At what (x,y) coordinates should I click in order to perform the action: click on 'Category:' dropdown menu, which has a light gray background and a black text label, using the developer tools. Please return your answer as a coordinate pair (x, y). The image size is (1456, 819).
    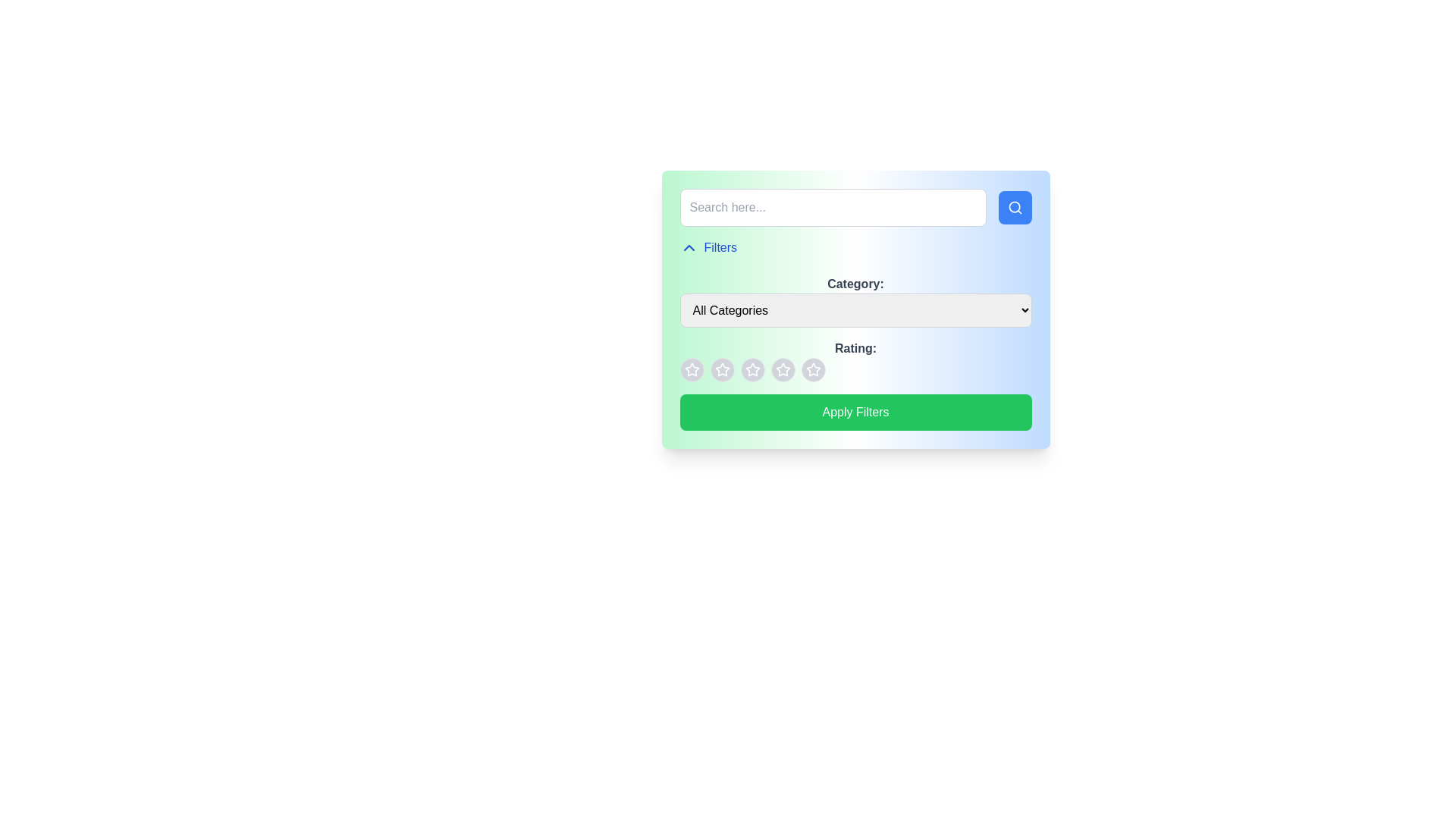
    Looking at the image, I should click on (855, 301).